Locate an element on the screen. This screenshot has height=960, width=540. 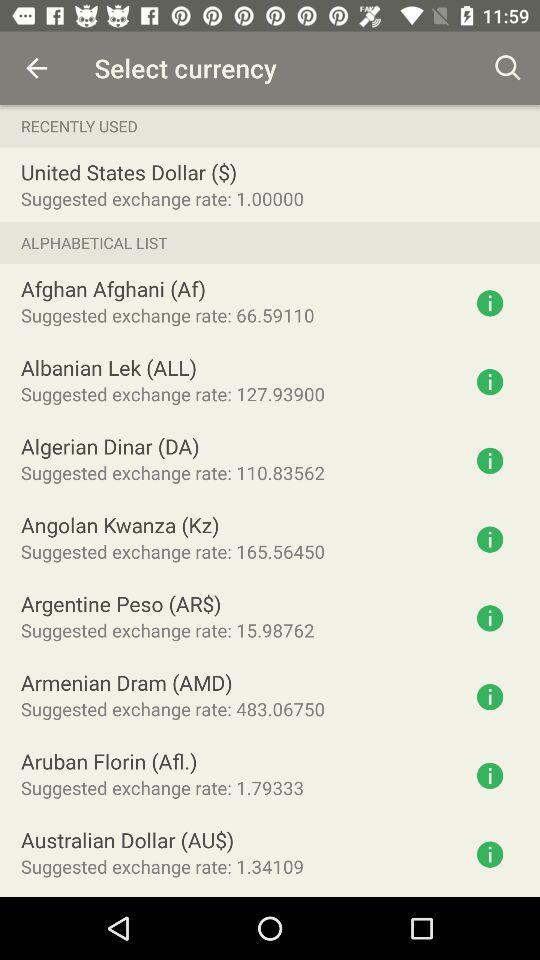
the icon above recently used is located at coordinates (508, 68).